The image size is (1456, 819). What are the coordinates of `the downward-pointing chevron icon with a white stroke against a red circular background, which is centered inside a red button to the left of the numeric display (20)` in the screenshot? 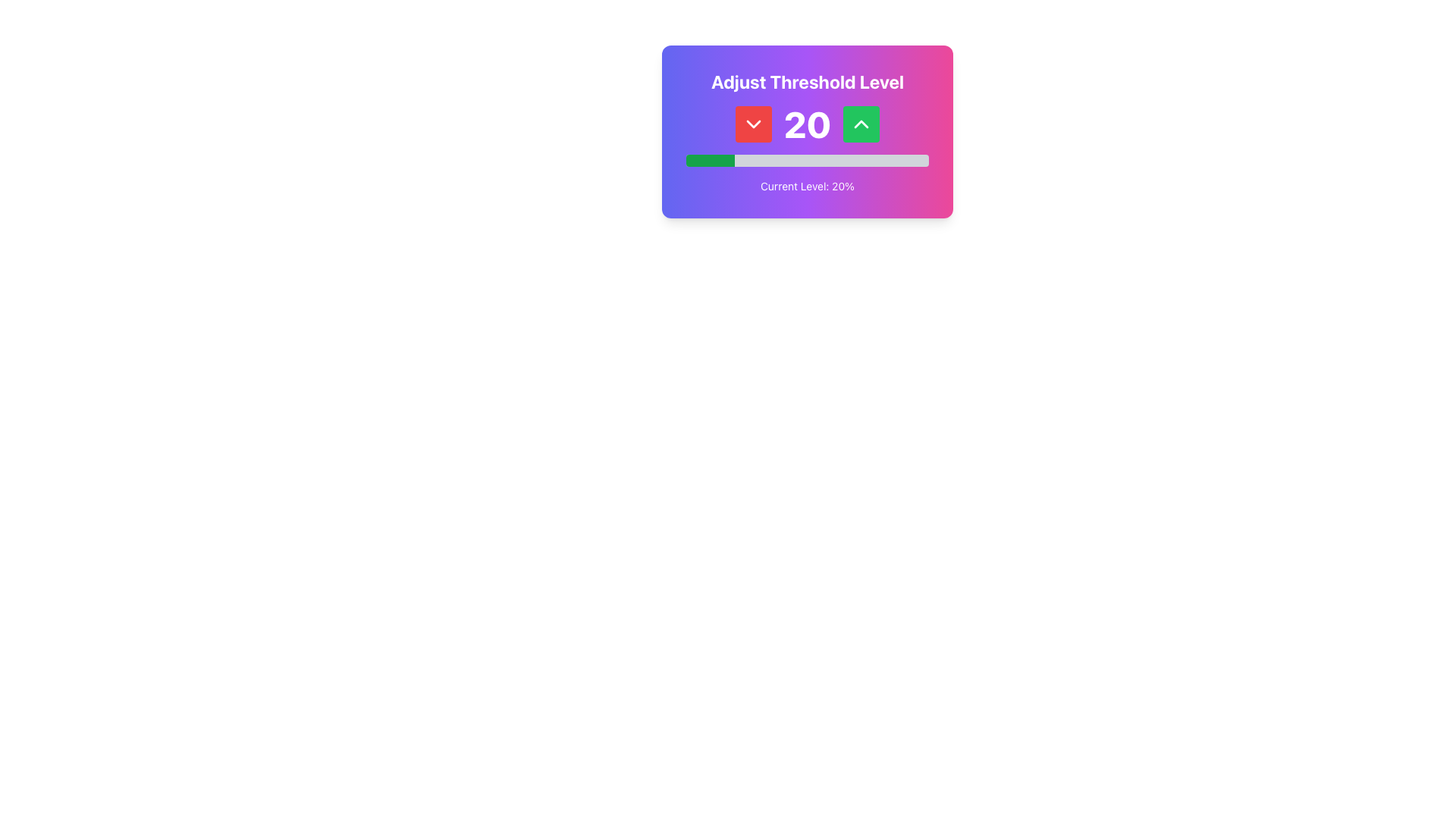 It's located at (753, 124).